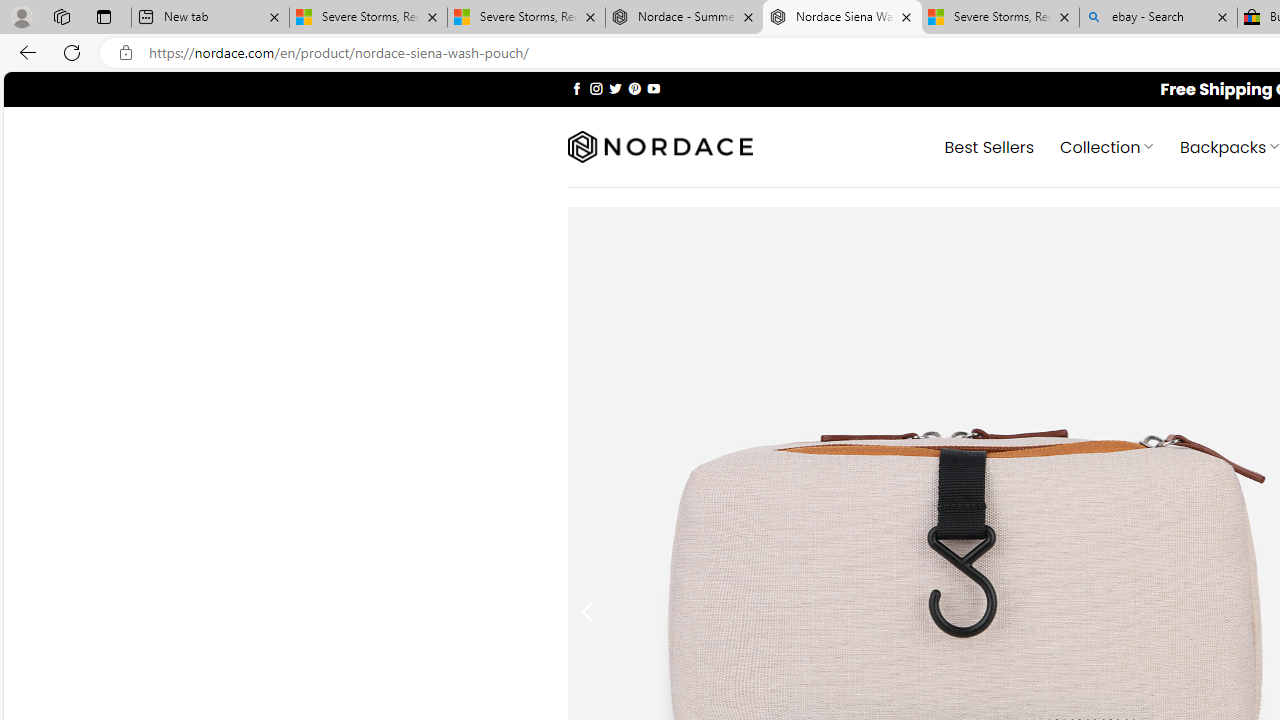 The image size is (1280, 720). Describe the element at coordinates (659, 146) in the screenshot. I see `'Nordace'` at that location.